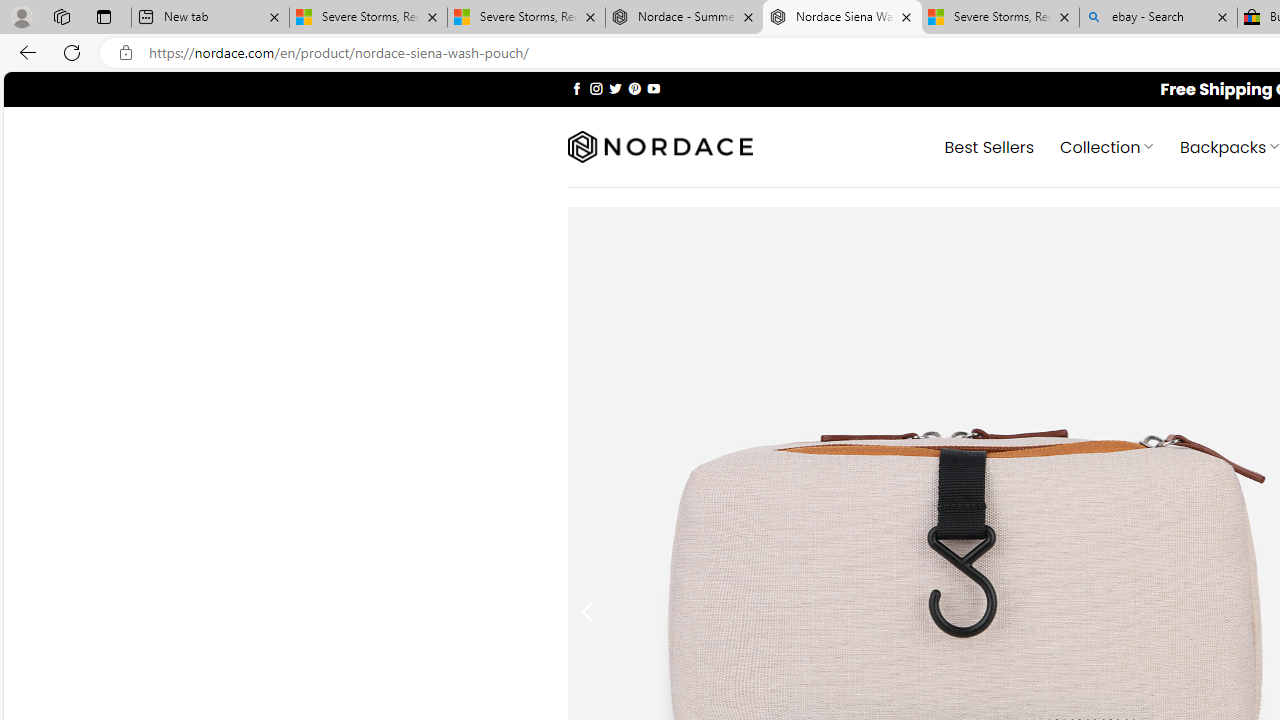 The image size is (1280, 720). Describe the element at coordinates (659, 146) in the screenshot. I see `'Nordace'` at that location.